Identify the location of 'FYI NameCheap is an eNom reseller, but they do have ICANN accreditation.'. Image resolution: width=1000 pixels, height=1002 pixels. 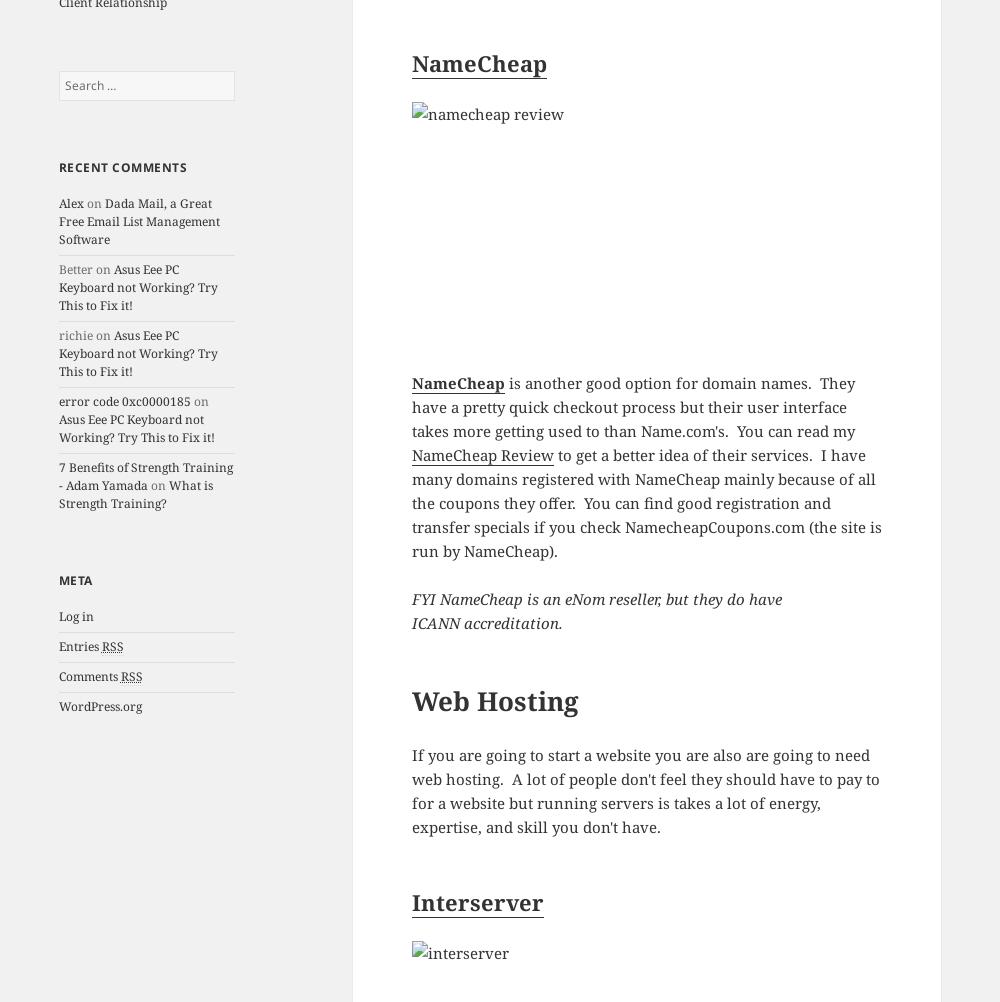
(595, 609).